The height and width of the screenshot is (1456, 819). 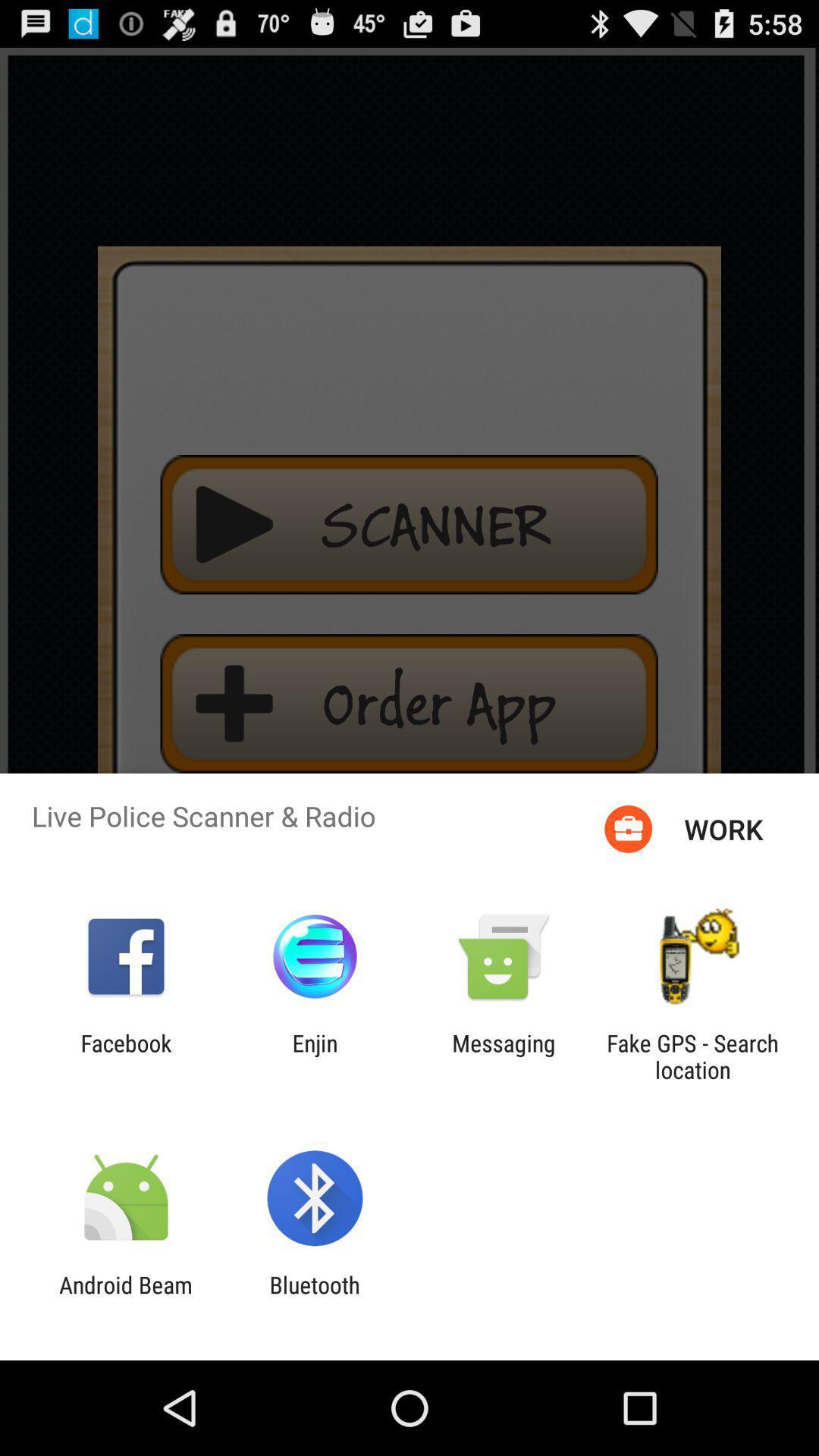 What do you see at coordinates (504, 1056) in the screenshot?
I see `messaging` at bounding box center [504, 1056].